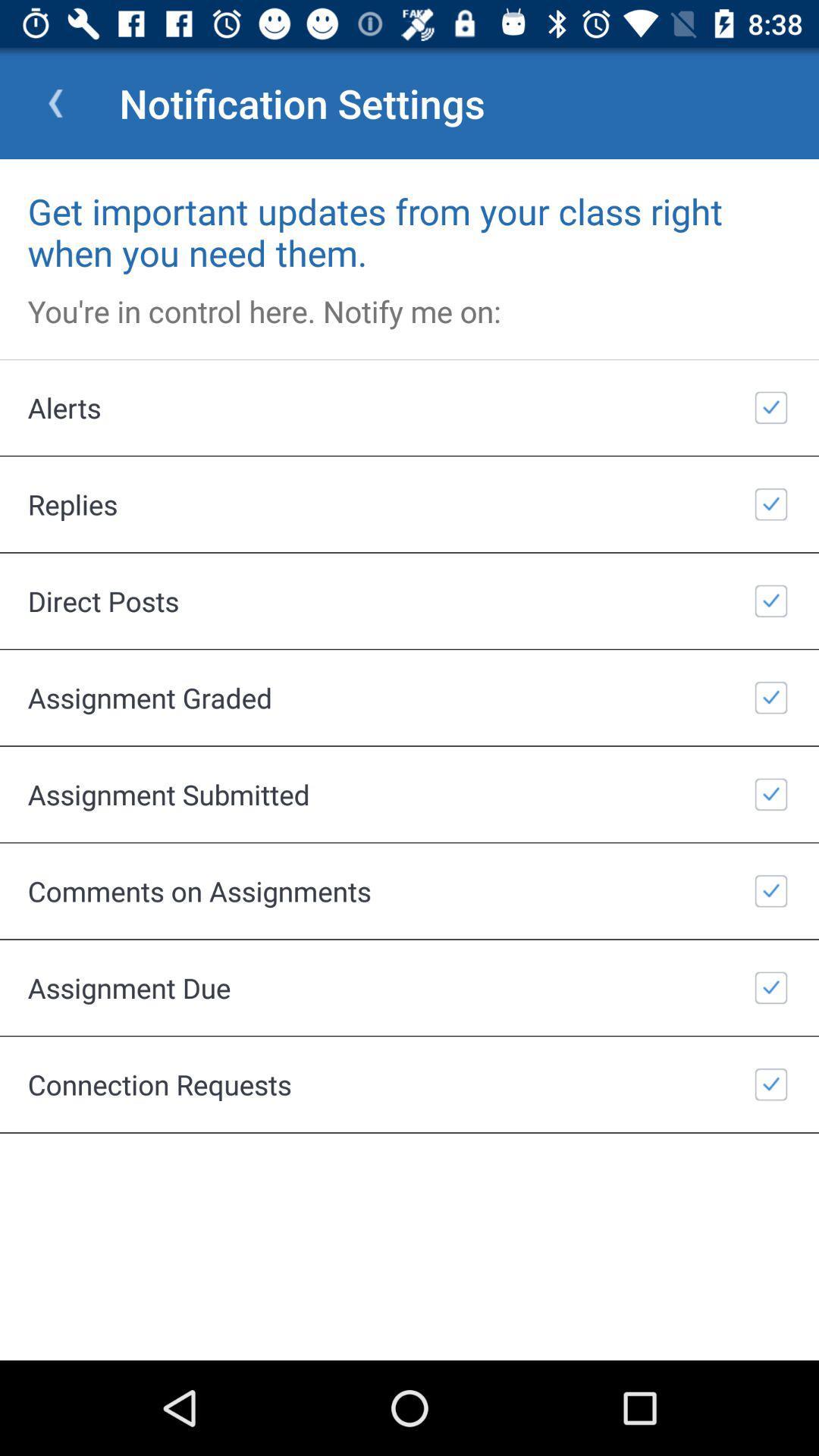  I want to click on icon above direct posts icon, so click(409, 504).